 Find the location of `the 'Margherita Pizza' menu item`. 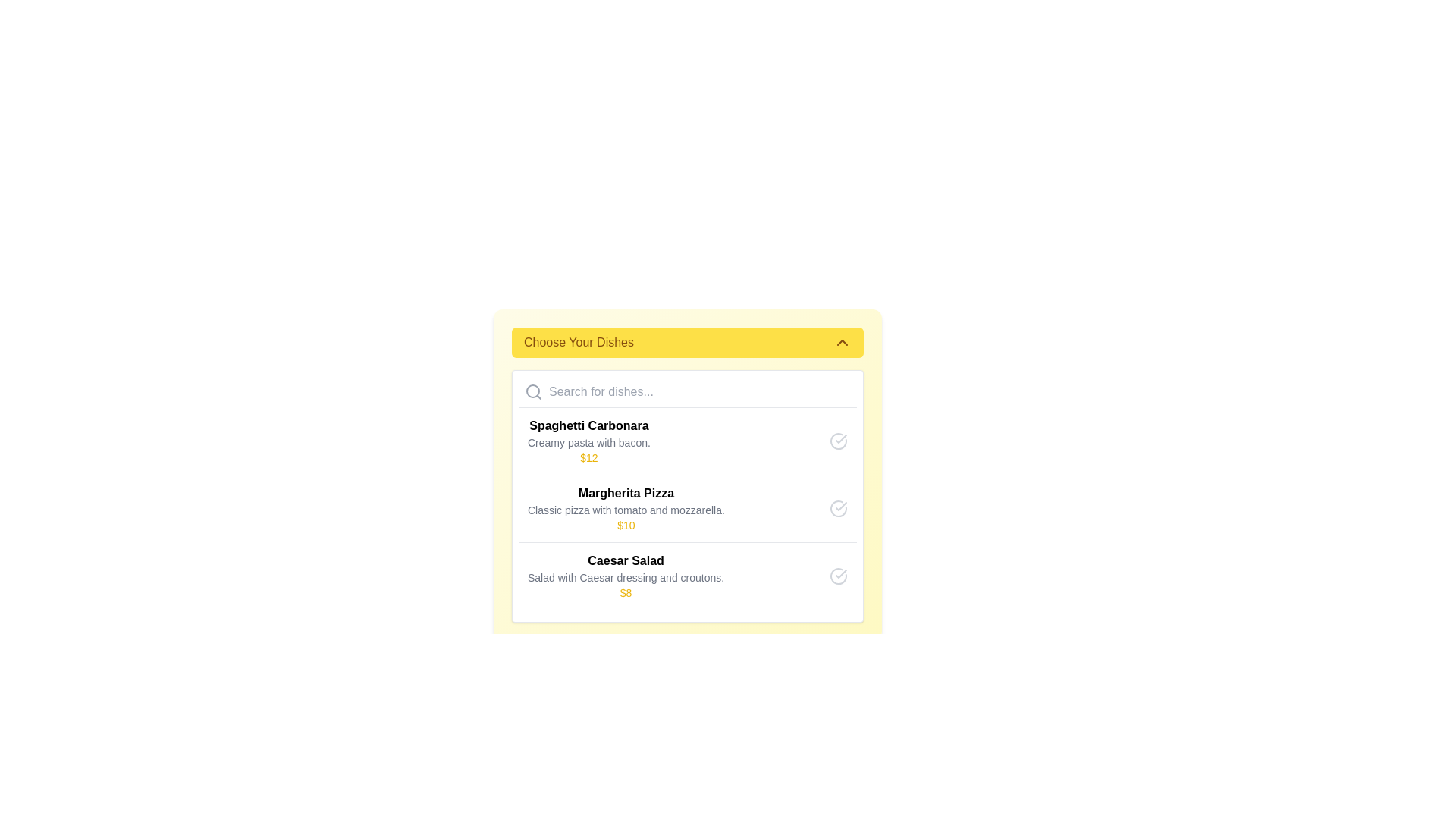

the 'Margherita Pizza' menu item is located at coordinates (687, 508).